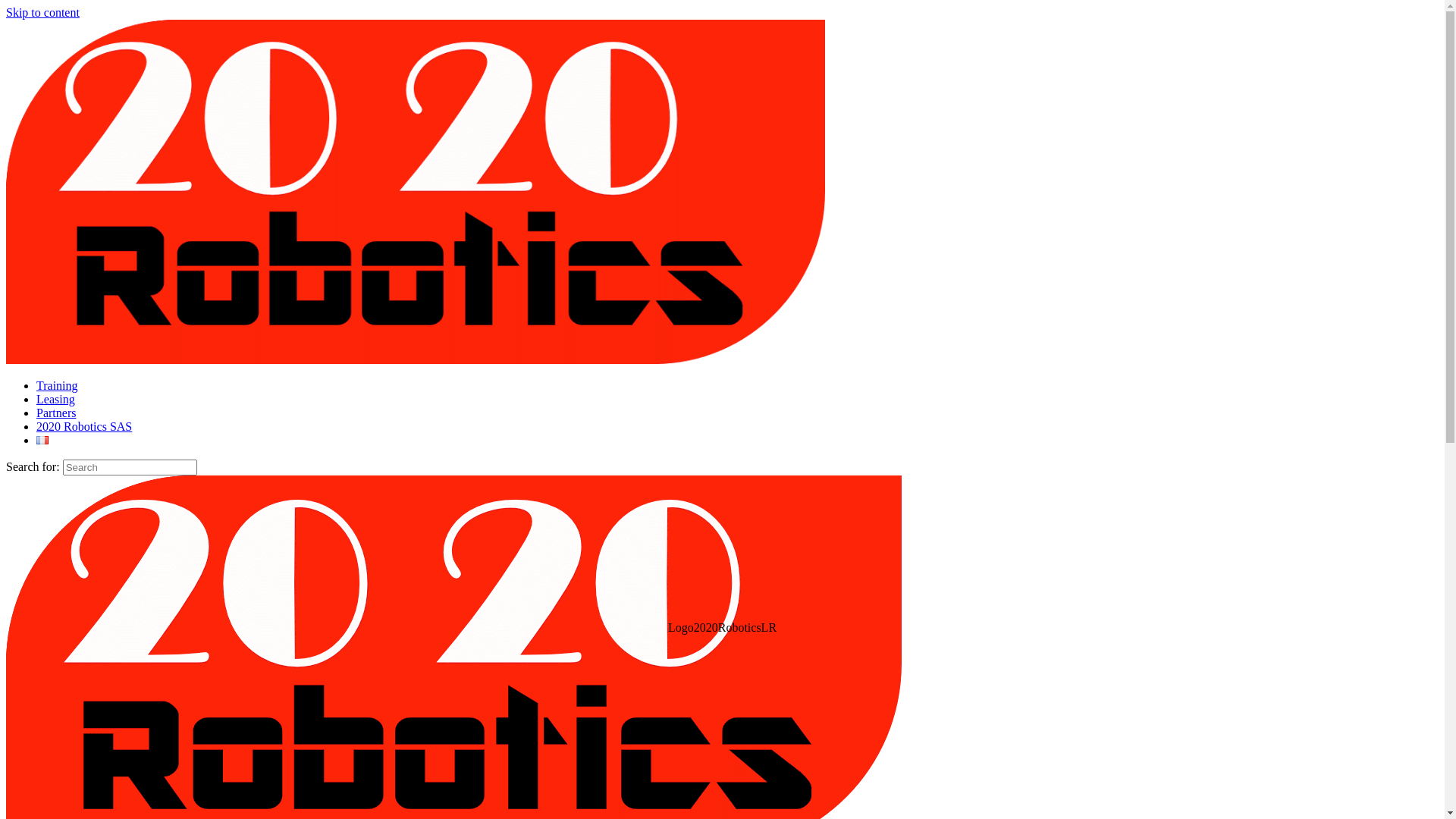 This screenshot has height=819, width=1456. What do you see at coordinates (36, 398) in the screenshot?
I see `'Leasing'` at bounding box center [36, 398].